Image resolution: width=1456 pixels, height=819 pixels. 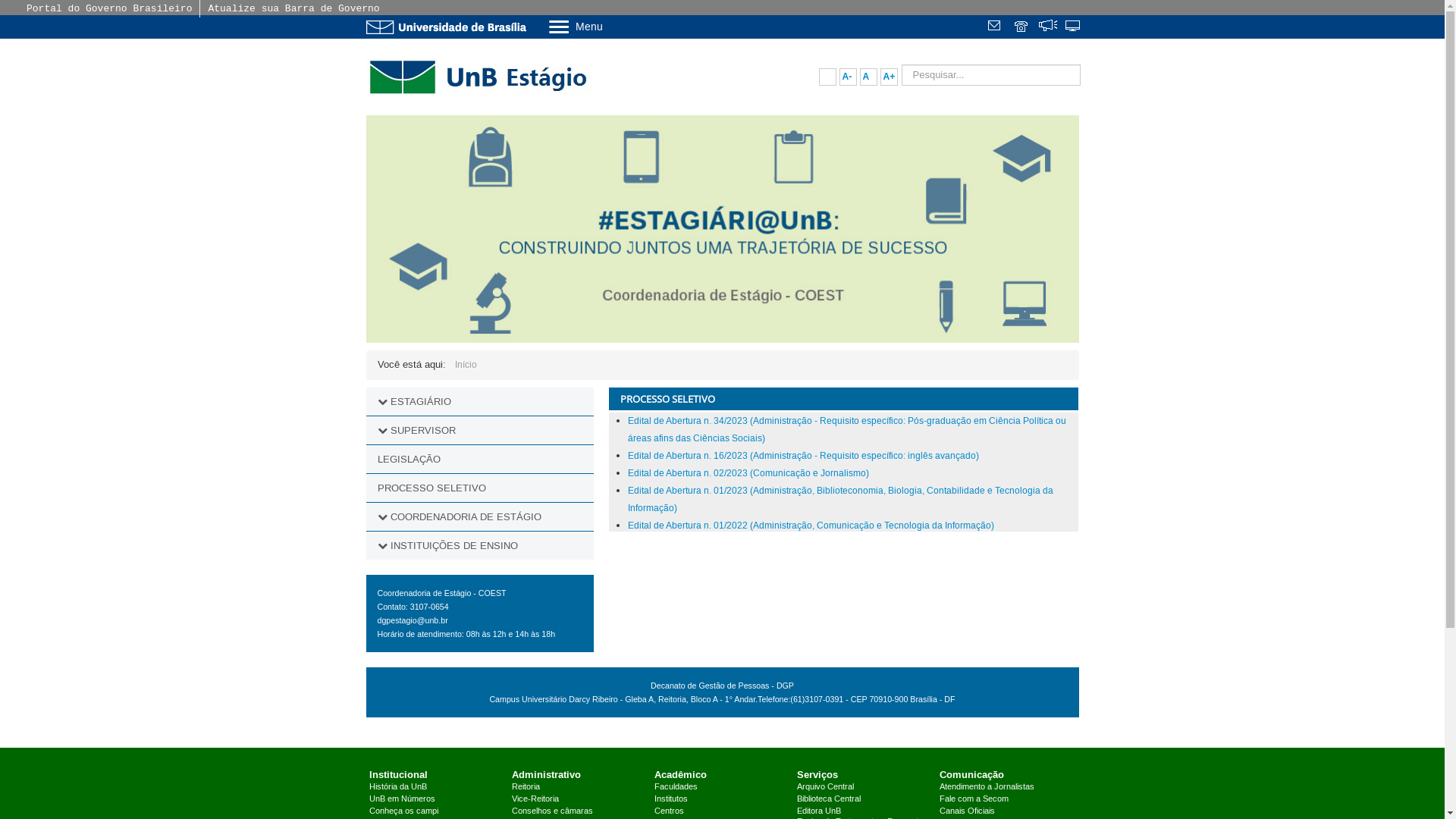 I want to click on 'Canais Oficiais', so click(x=966, y=810).